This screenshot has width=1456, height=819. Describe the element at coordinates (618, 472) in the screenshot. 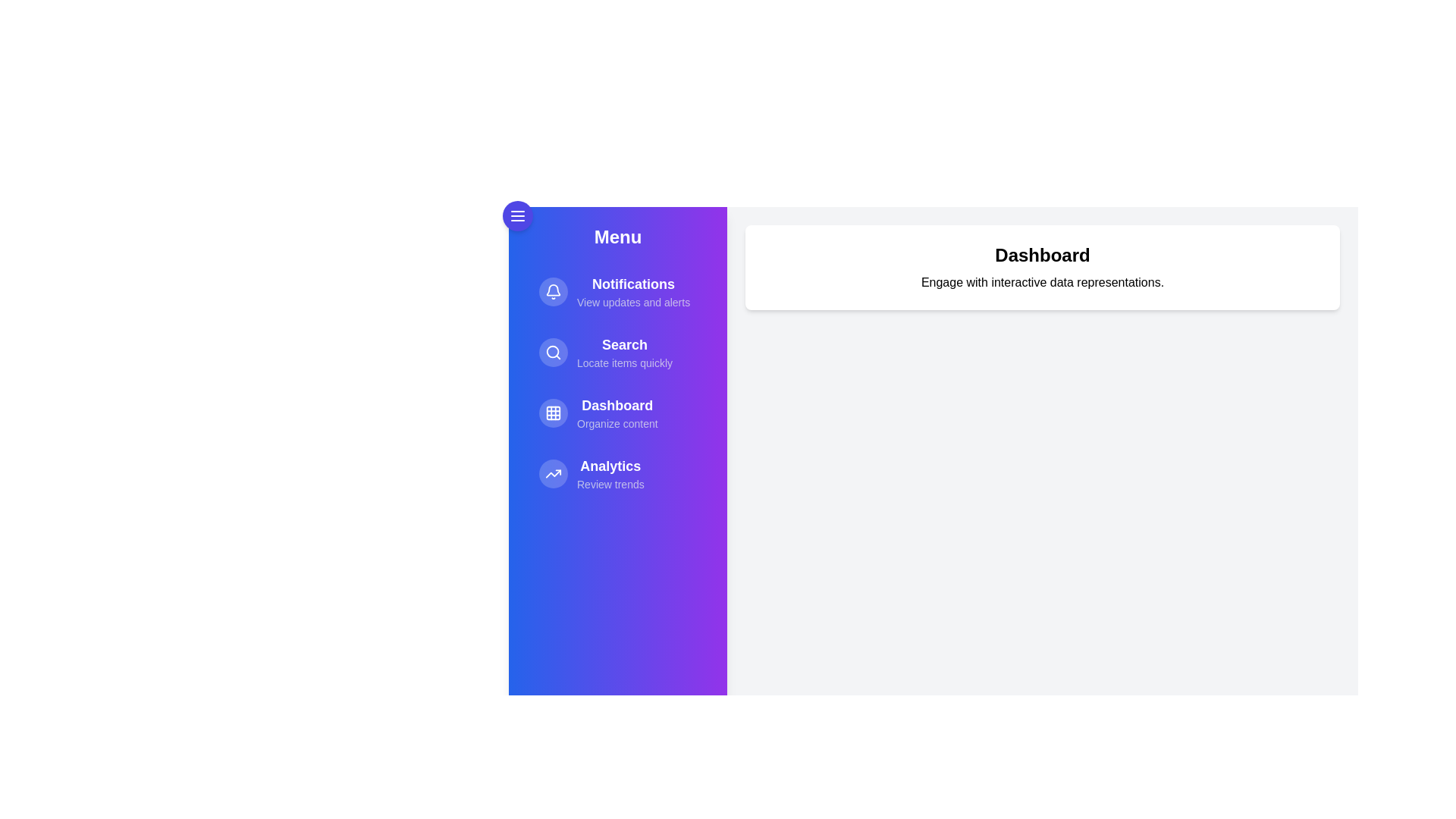

I see `the menu item Analytics to reveal its hover effect` at that location.